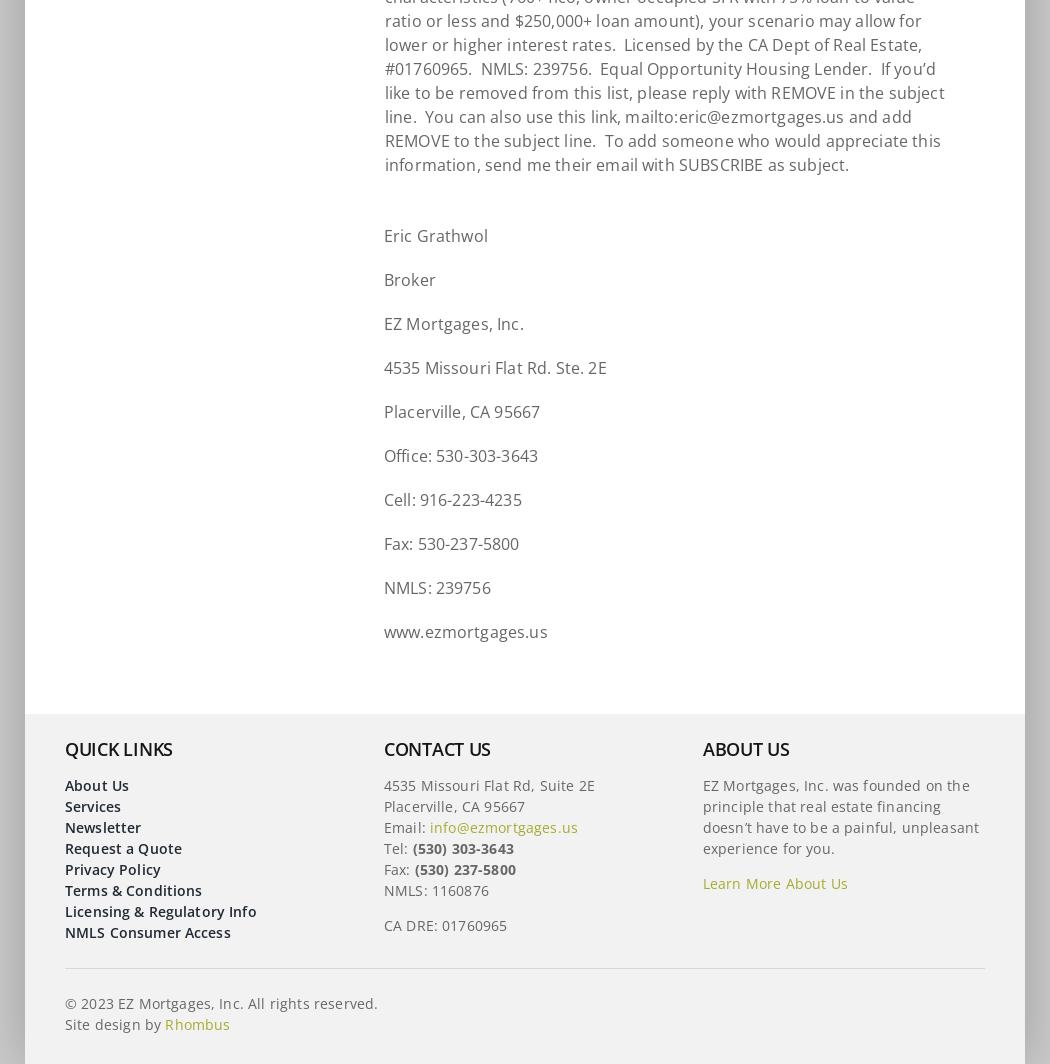  Describe the element at coordinates (406, 827) in the screenshot. I see `'Email:'` at that location.